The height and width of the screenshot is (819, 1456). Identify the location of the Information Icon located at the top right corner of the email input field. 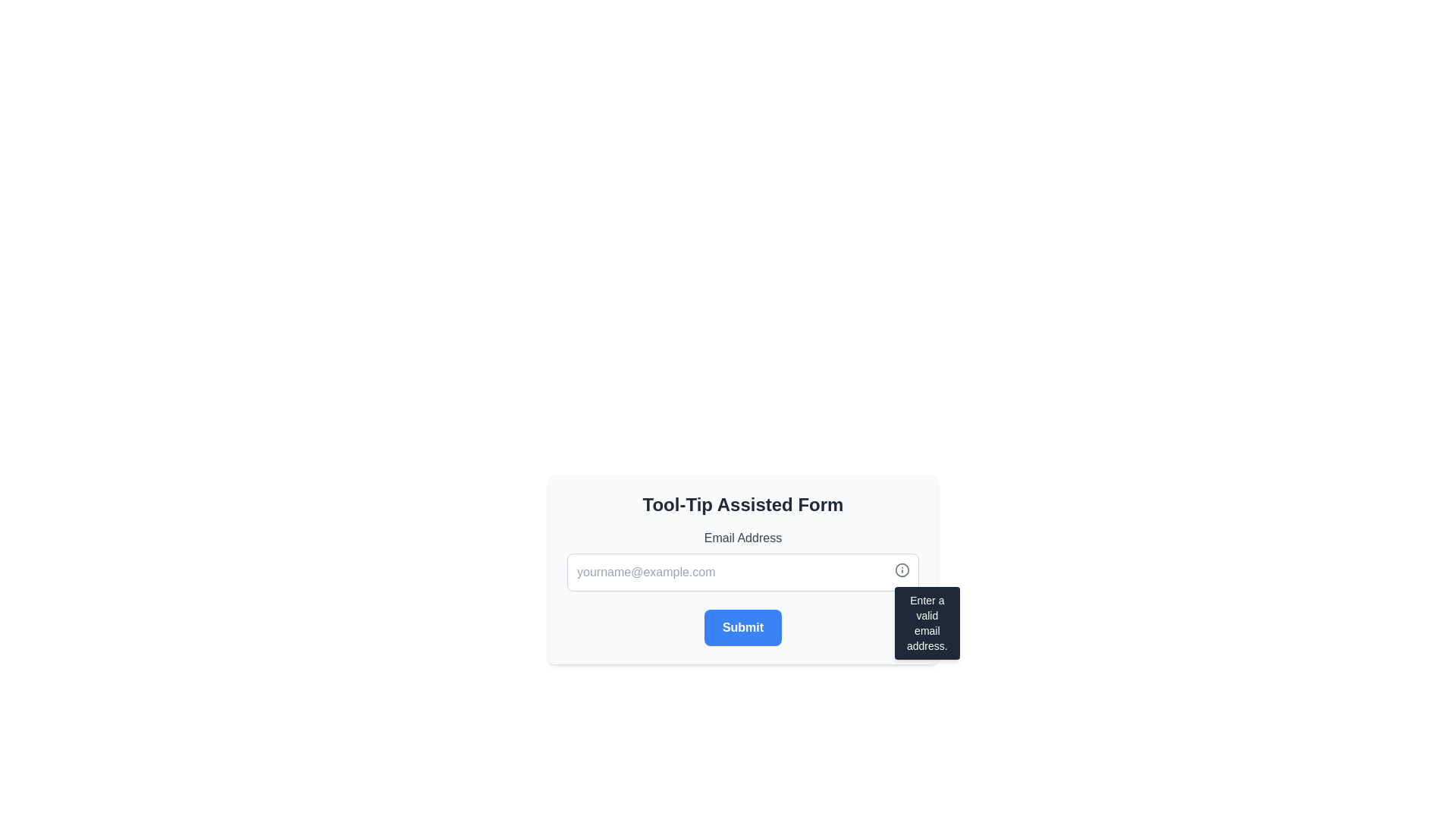
(902, 570).